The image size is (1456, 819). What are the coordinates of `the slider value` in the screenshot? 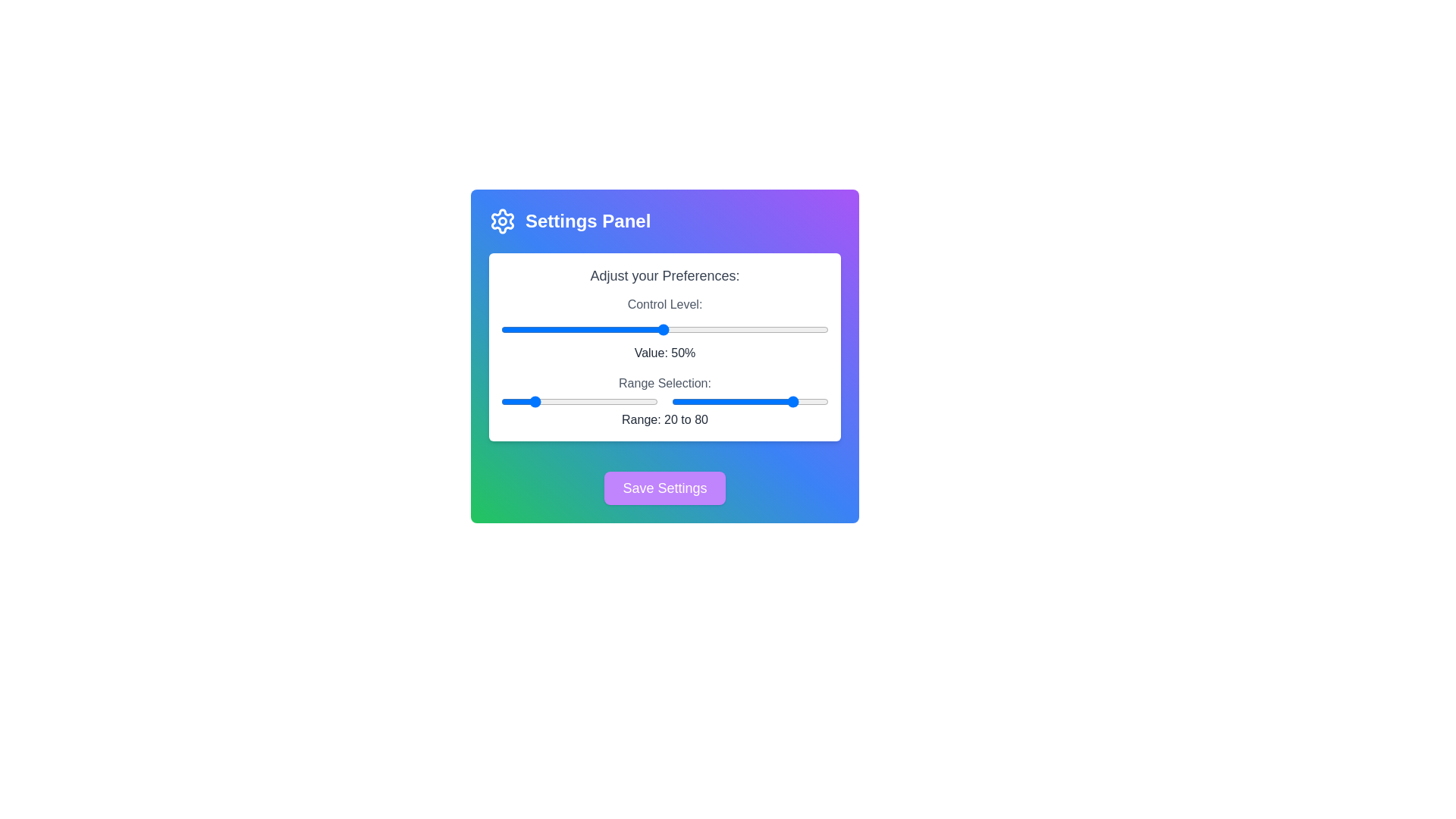 It's located at (705, 329).